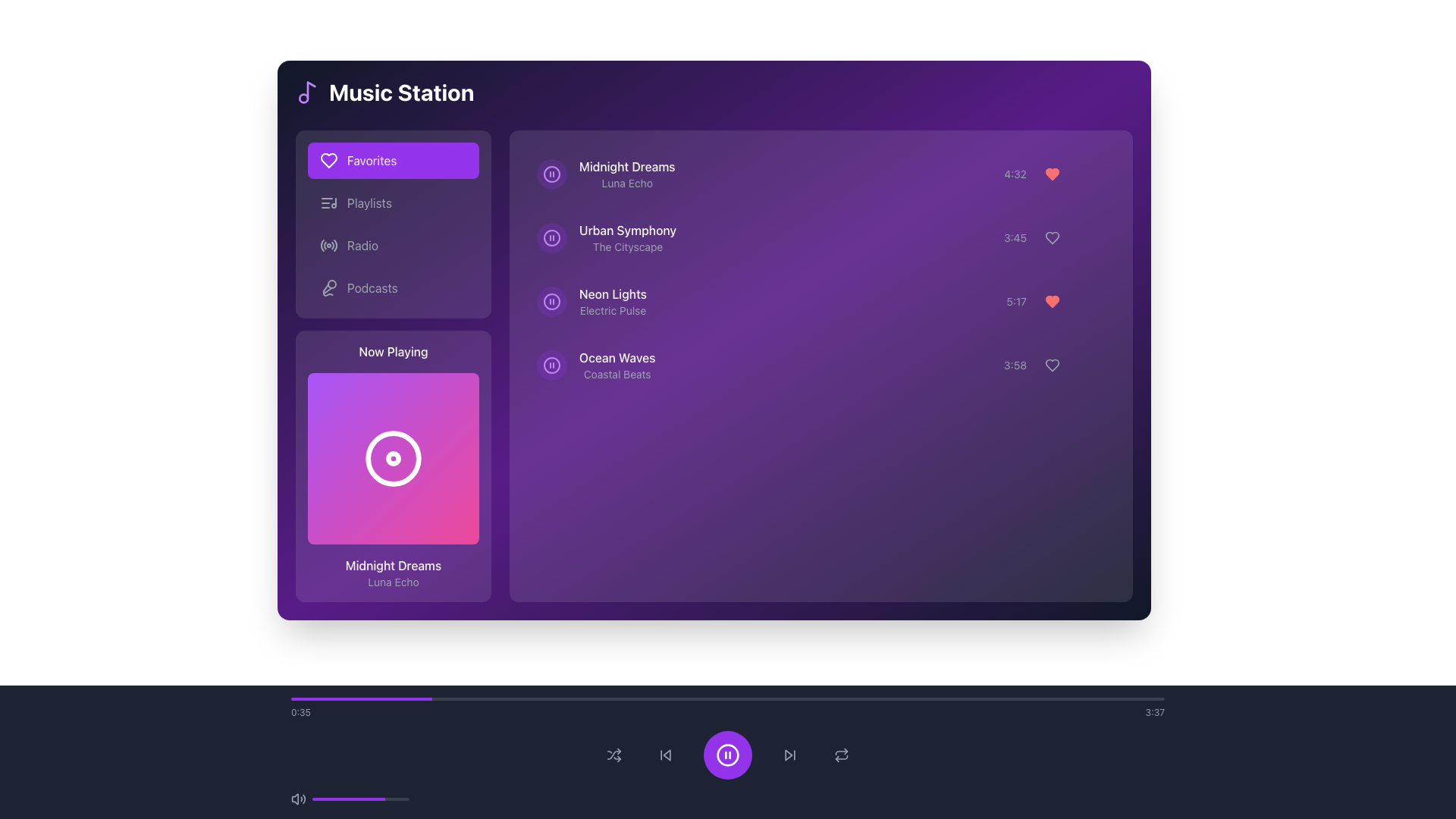 The image size is (1456, 819). Describe the element at coordinates (1051, 237) in the screenshot. I see `the second heart icon button in the playlist section, located to the right of the time '3:45', for visual feedback` at that location.